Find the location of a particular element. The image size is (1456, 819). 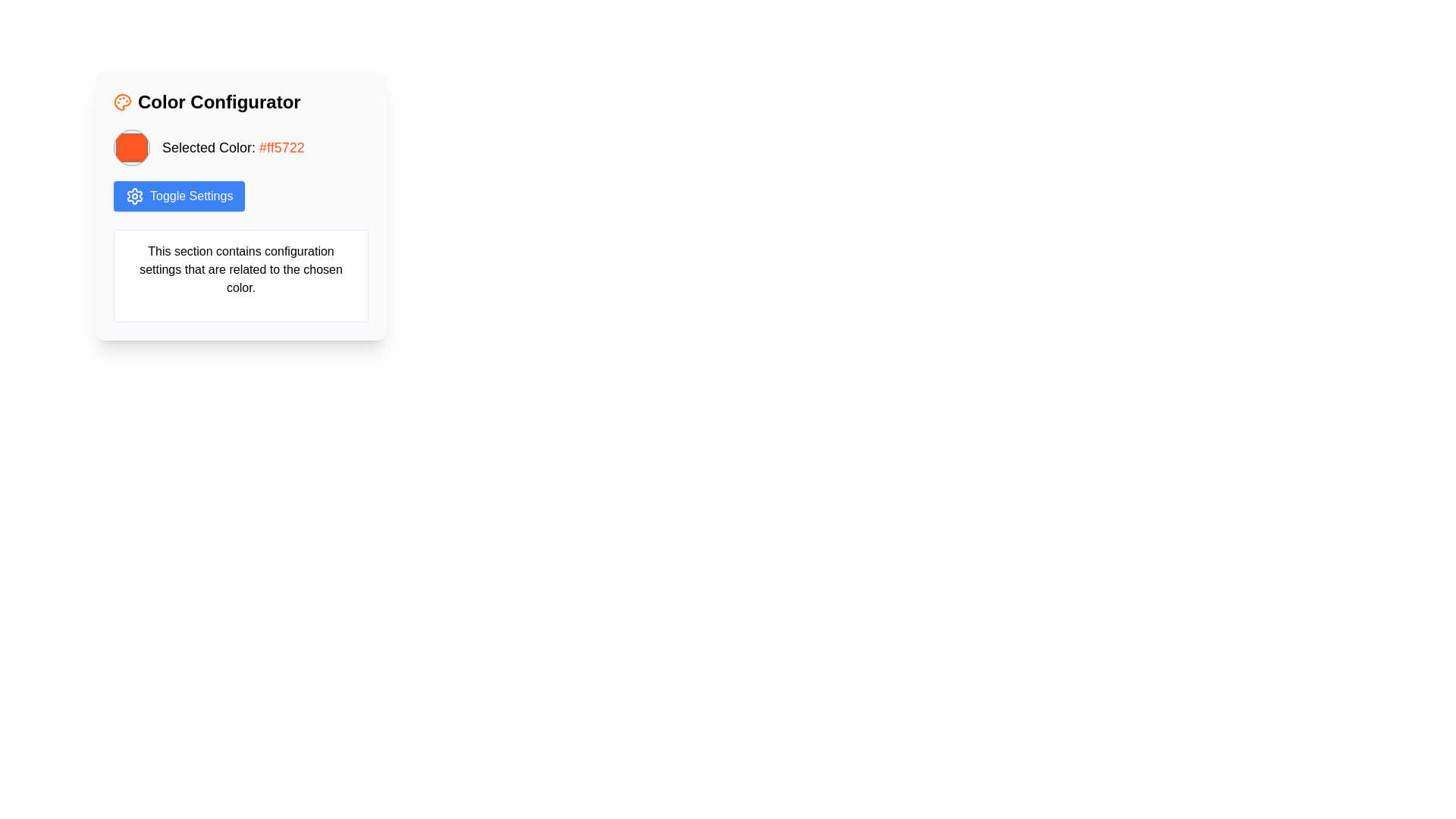

color information from the text label located in the 'Color Configurator' section, positioned between the circular color preview and the 'Toggle Settings' button is located at coordinates (232, 148).